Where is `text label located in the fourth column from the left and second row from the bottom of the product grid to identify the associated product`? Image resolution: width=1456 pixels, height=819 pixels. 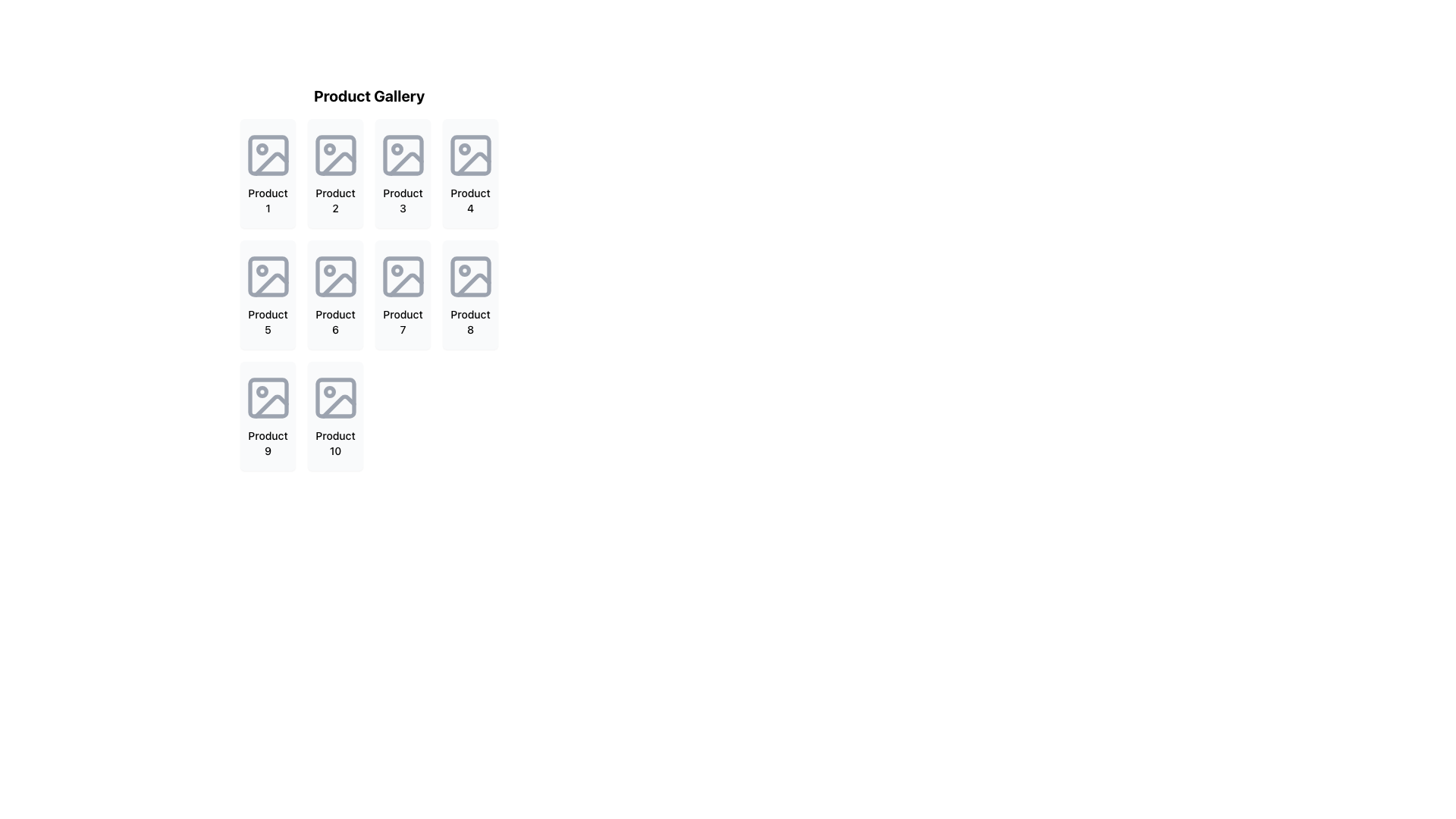
text label located in the fourth column from the left and second row from the bottom of the product grid to identify the associated product is located at coordinates (469, 321).